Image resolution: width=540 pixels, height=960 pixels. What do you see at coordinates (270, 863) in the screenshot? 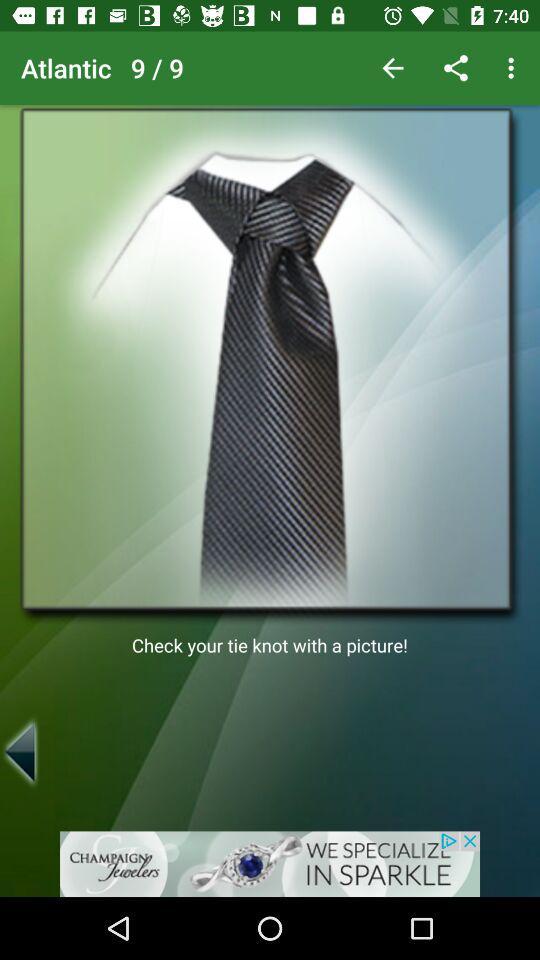
I see `show outside advertisement` at bounding box center [270, 863].